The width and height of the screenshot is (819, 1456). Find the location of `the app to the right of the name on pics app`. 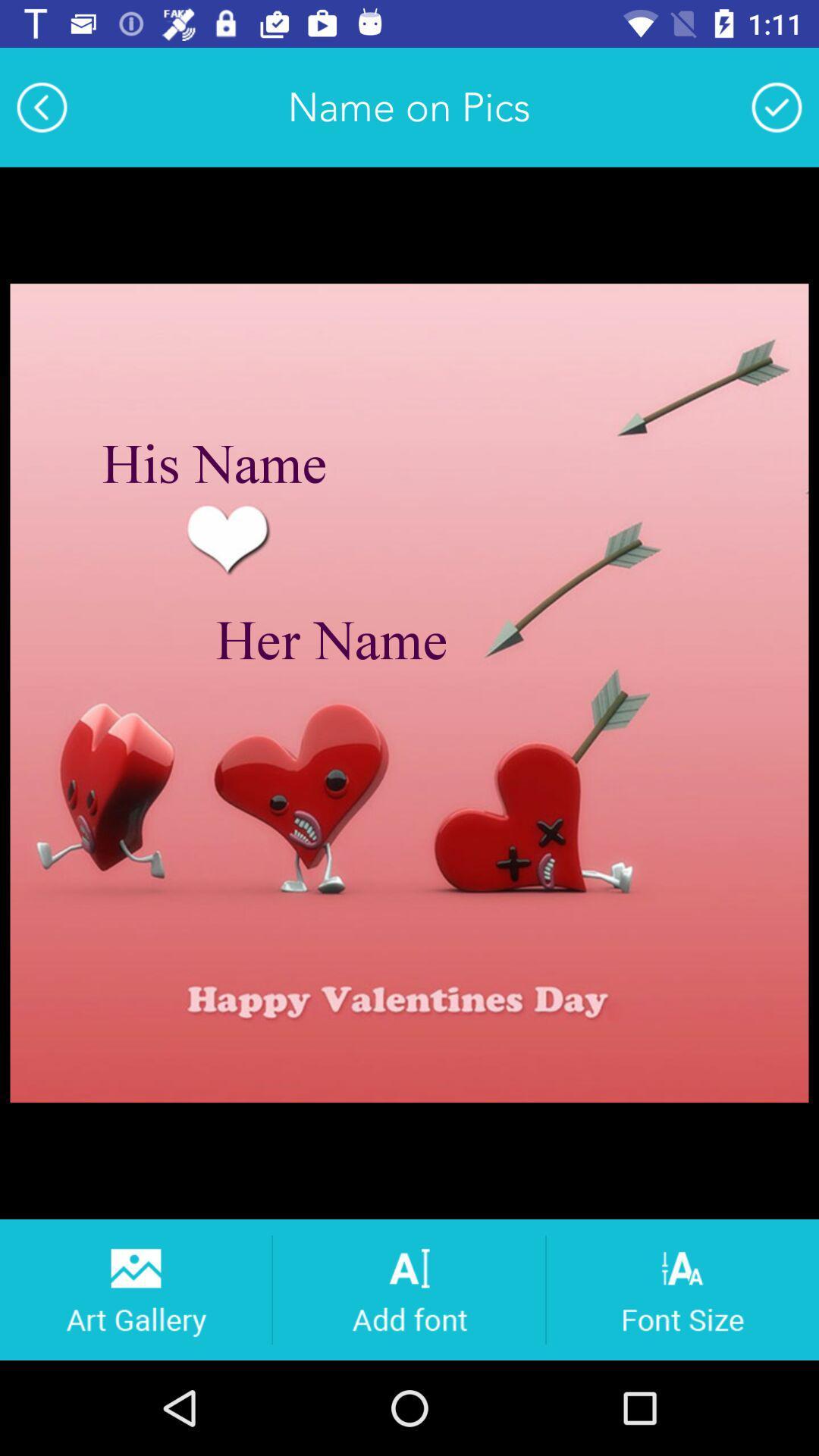

the app to the right of the name on pics app is located at coordinates (777, 106).